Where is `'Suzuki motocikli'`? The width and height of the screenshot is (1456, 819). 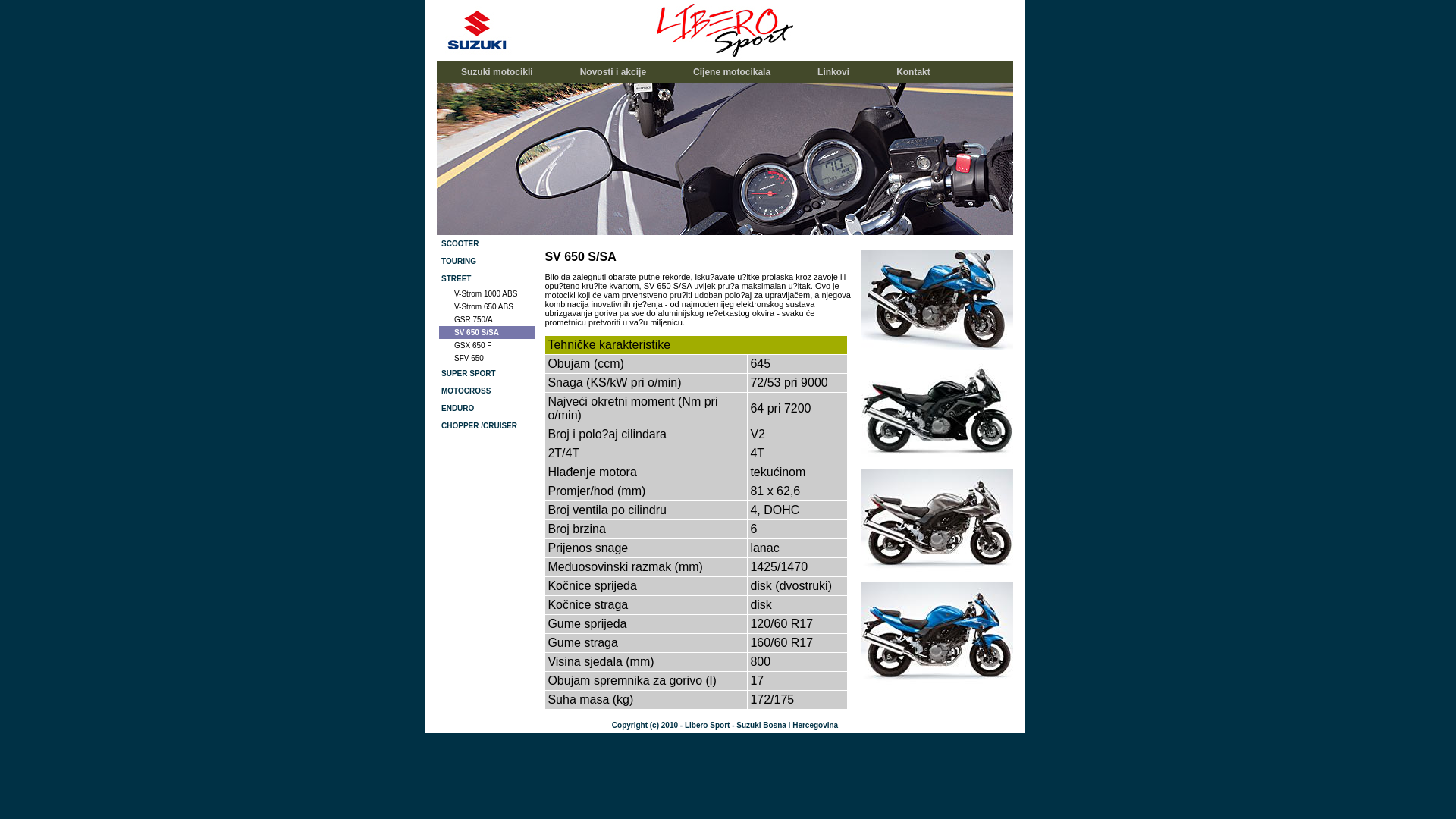 'Suzuki motocikli' is located at coordinates (438, 72).